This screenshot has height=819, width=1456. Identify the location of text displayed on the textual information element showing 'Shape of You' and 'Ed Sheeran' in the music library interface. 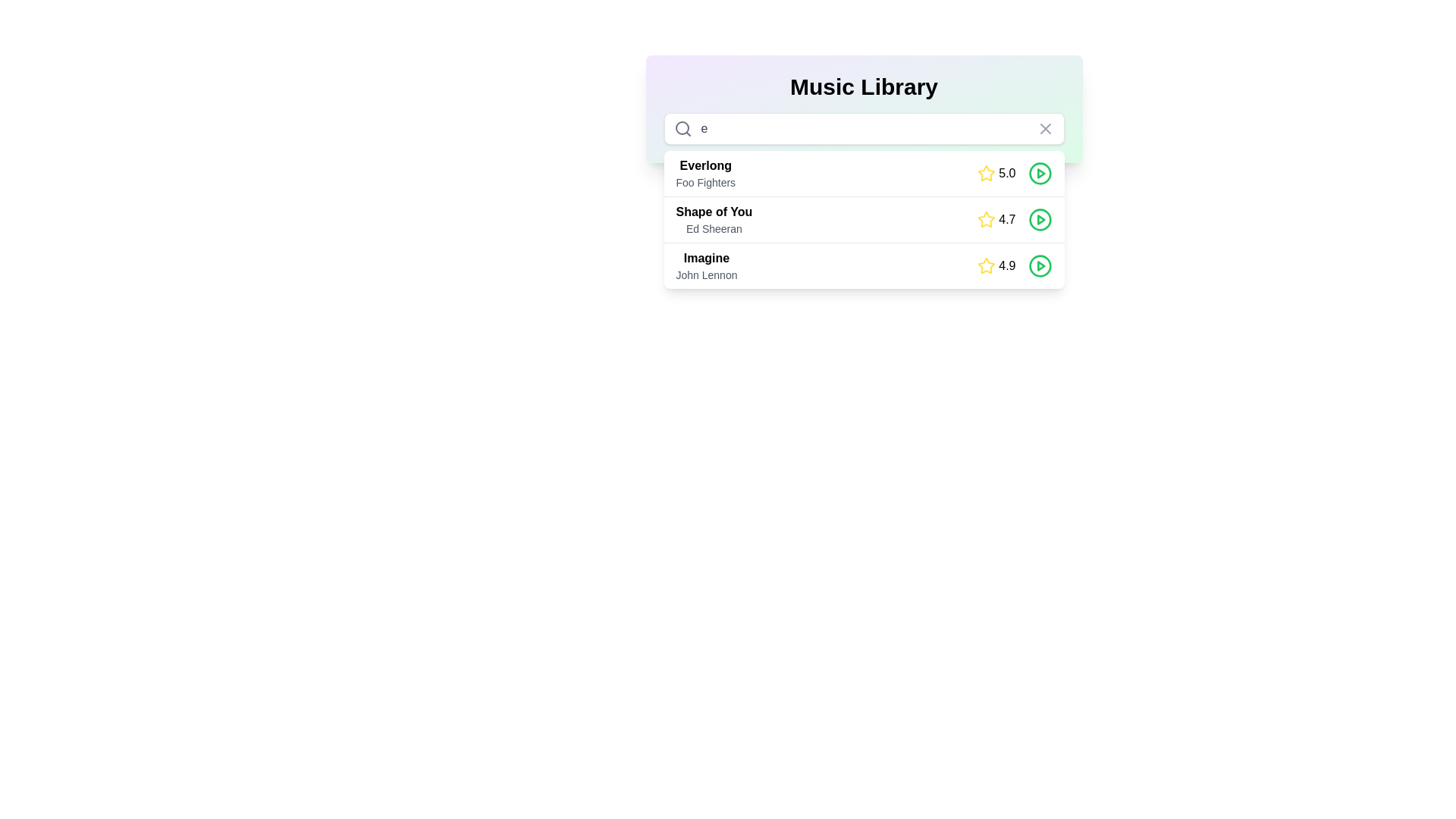
(713, 219).